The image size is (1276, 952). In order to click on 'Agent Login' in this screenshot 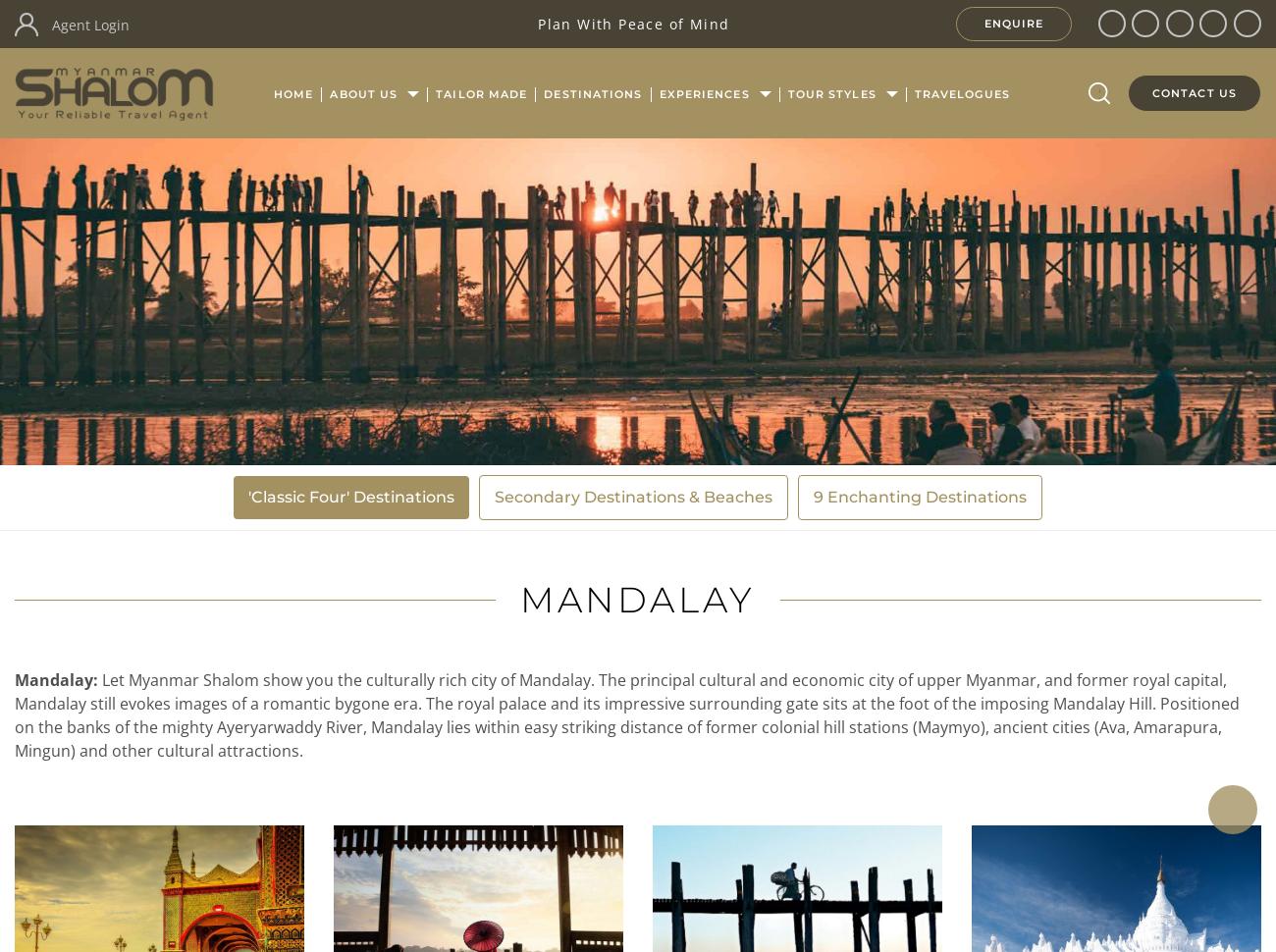, I will do `click(90, 25)`.